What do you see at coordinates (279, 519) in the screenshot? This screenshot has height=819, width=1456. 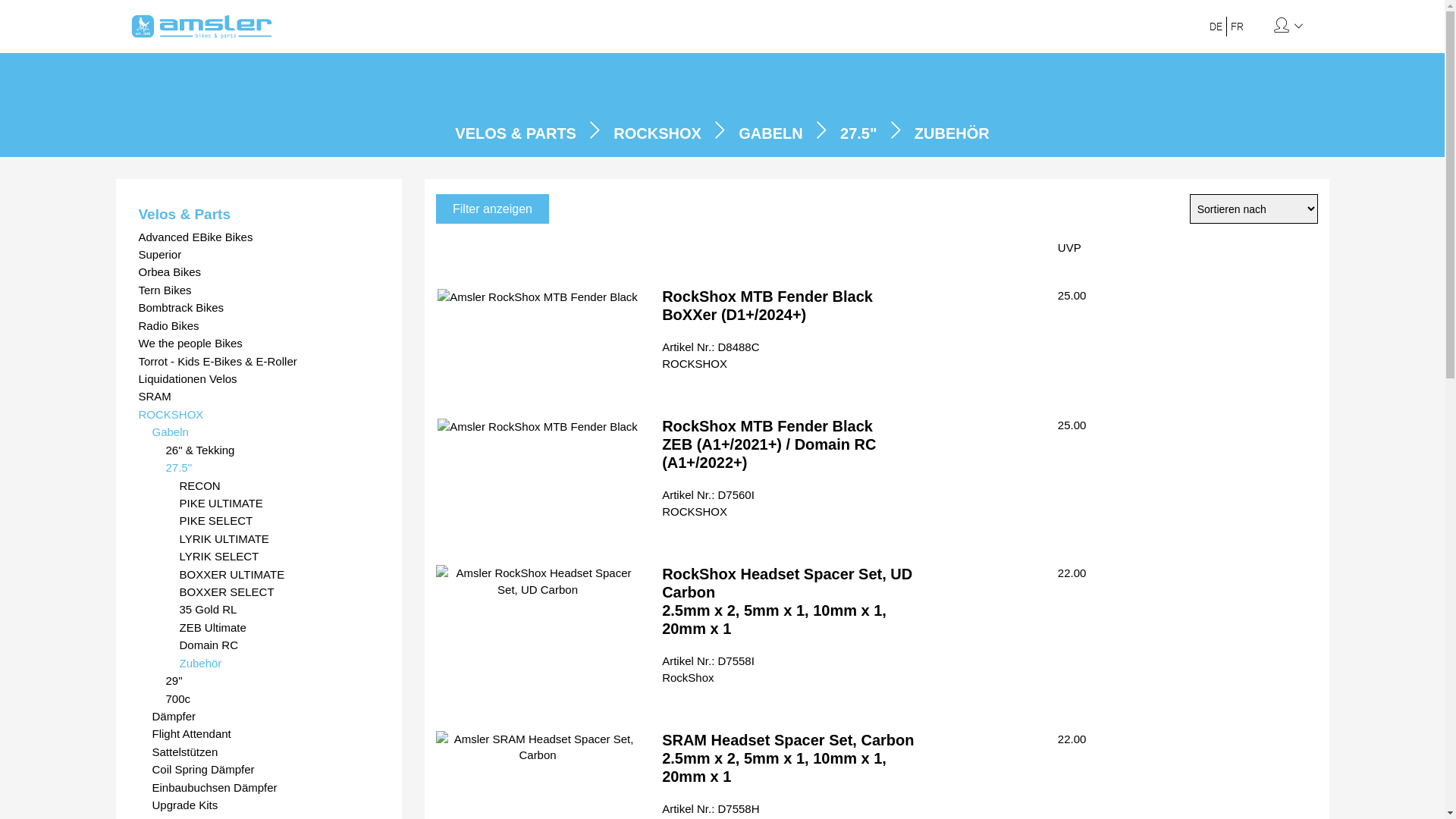 I see `'PIKE SELECT'` at bounding box center [279, 519].